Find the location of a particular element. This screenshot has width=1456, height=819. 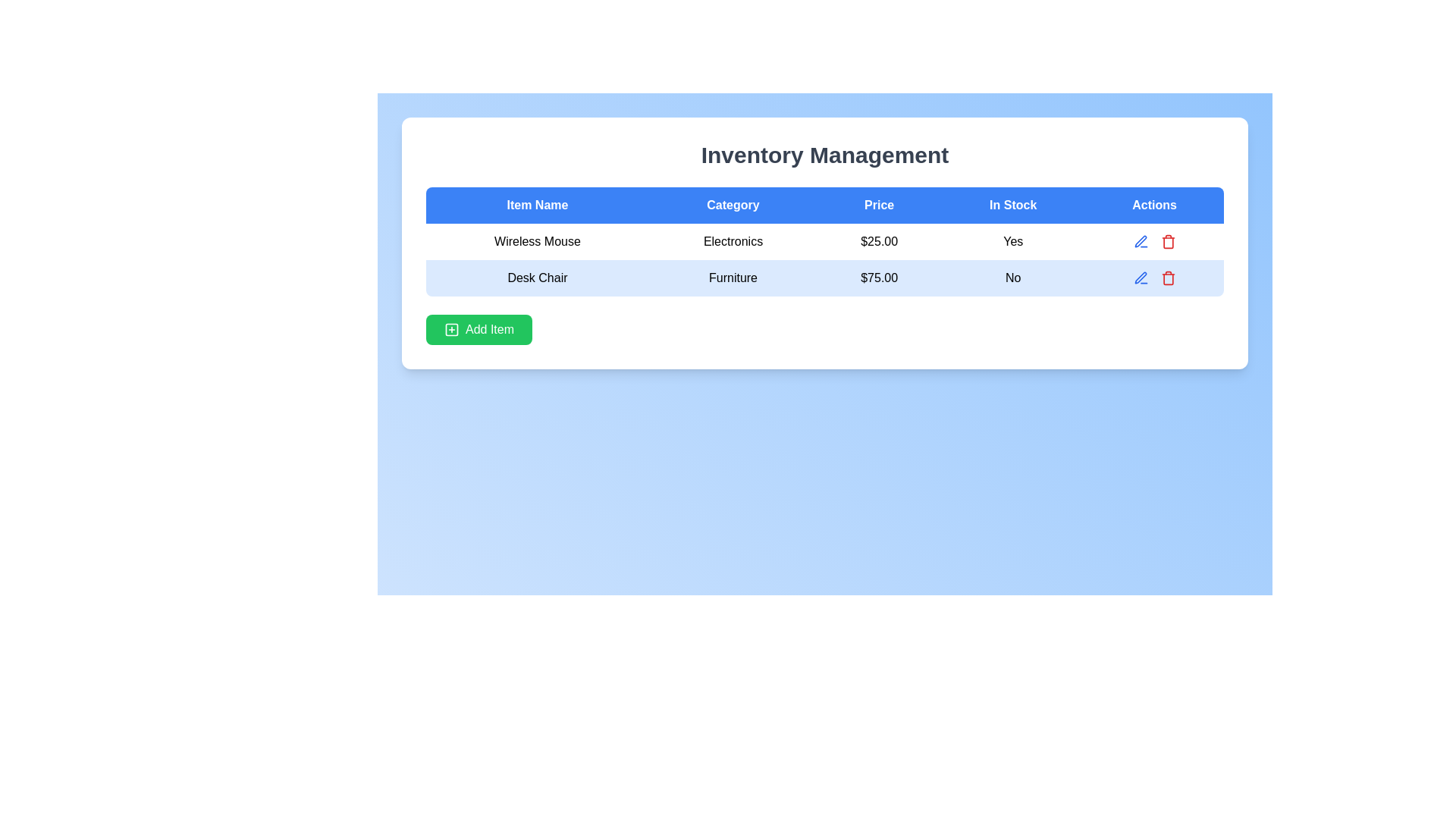

the Text Label that serves as the first column header for the table, indicating the names of items, positioned to the far left of the headers 'Category', 'Price', 'In Stock', and 'Actions' is located at coordinates (537, 205).